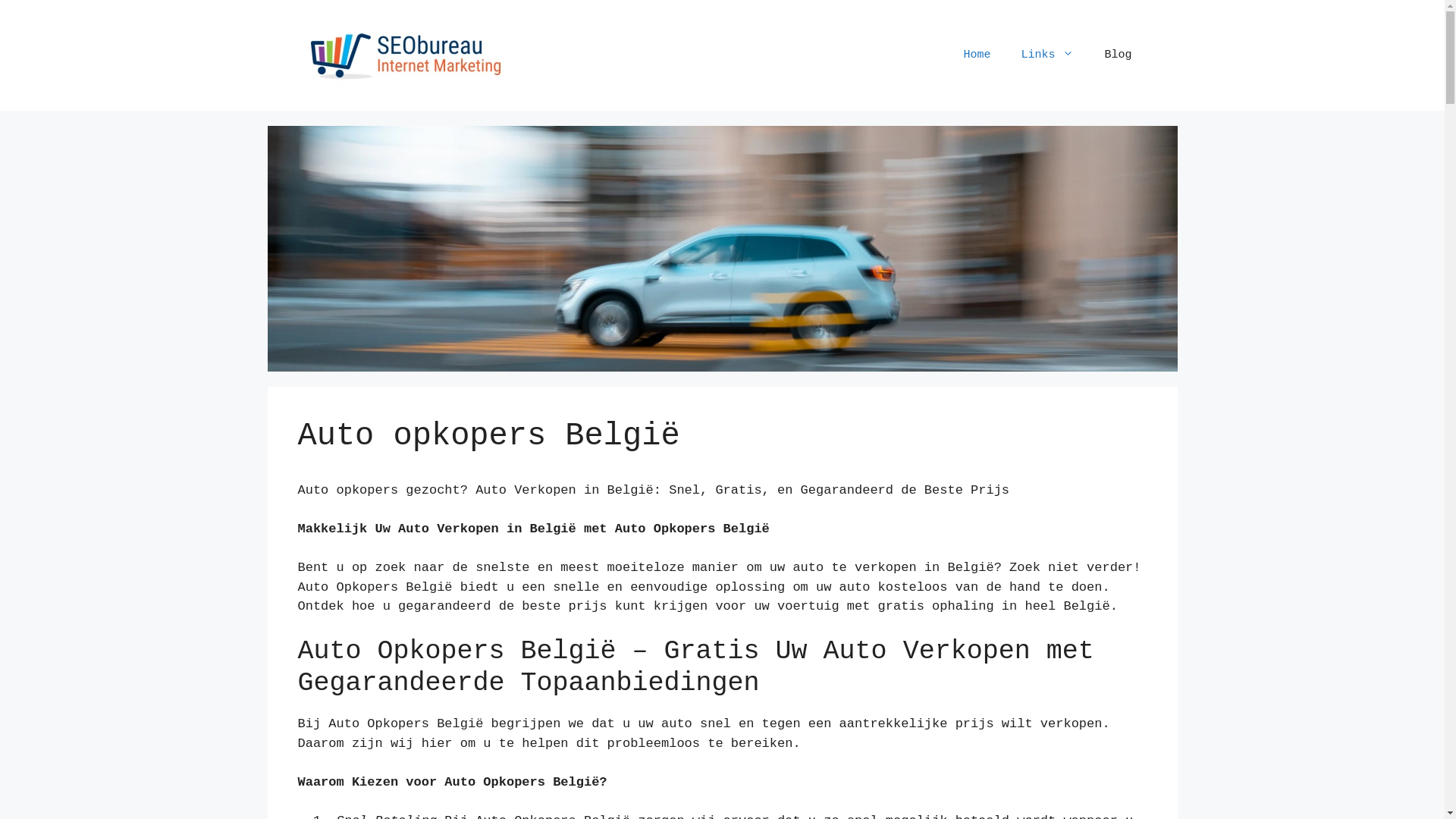 This screenshot has height=819, width=1456. What do you see at coordinates (1087, 55) in the screenshot?
I see `'Blog'` at bounding box center [1087, 55].